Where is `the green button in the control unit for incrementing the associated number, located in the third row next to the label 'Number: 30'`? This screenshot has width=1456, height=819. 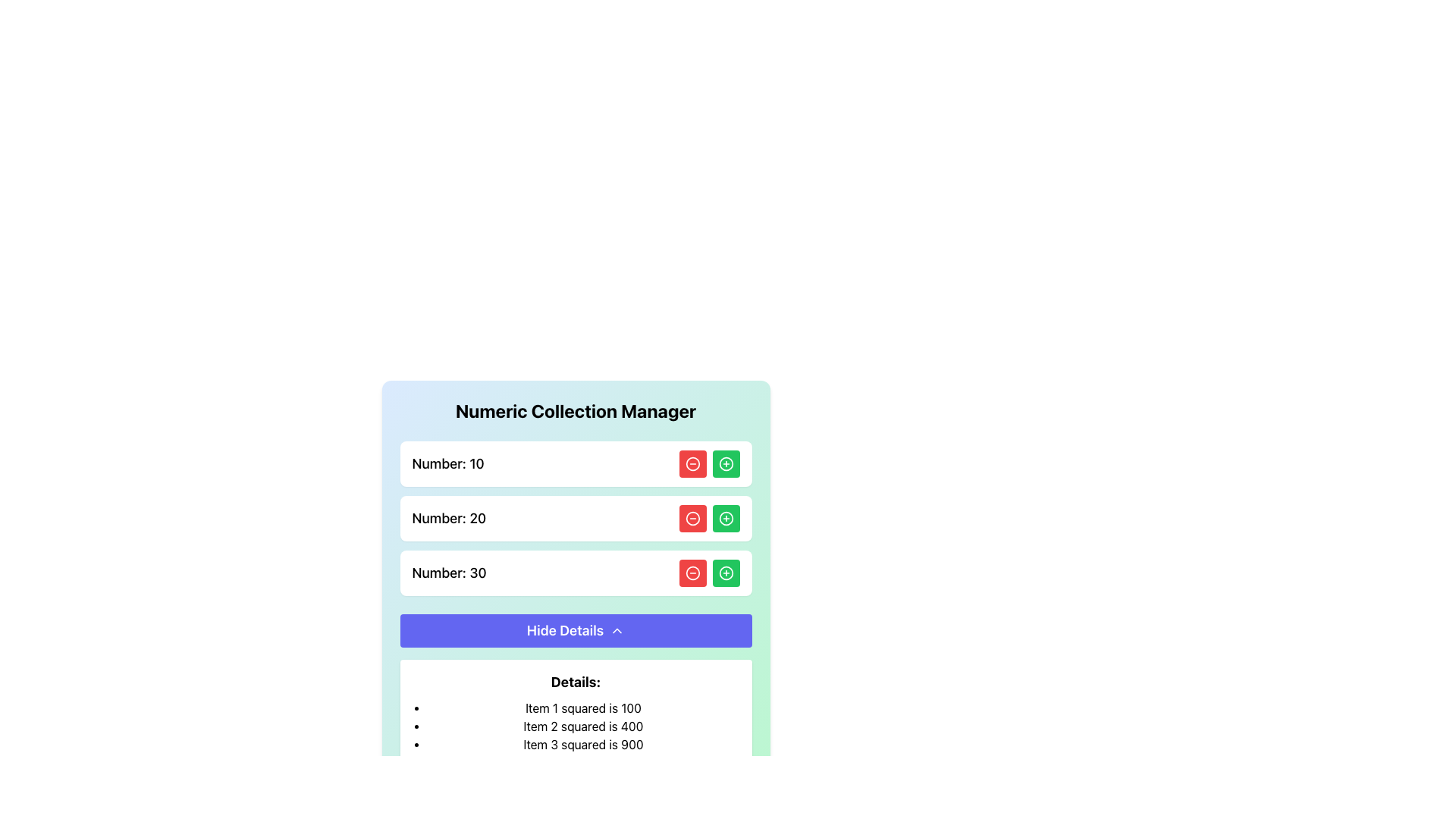 the green button in the control unit for incrementing the associated number, located in the third row next to the label 'Number: 30' is located at coordinates (708, 573).